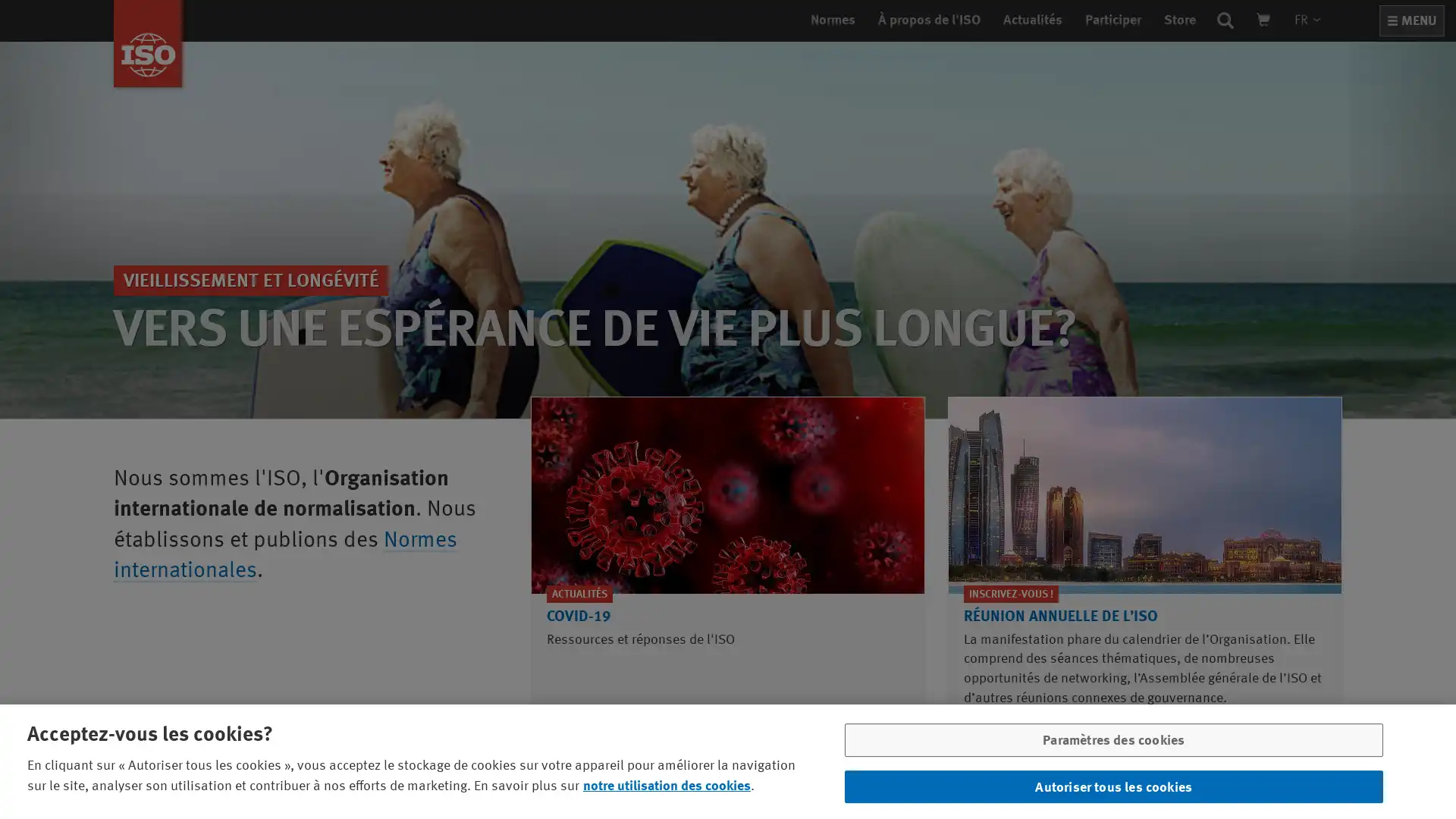 The height and width of the screenshot is (819, 1456). I want to click on Parametres des cookies, so click(1113, 742).